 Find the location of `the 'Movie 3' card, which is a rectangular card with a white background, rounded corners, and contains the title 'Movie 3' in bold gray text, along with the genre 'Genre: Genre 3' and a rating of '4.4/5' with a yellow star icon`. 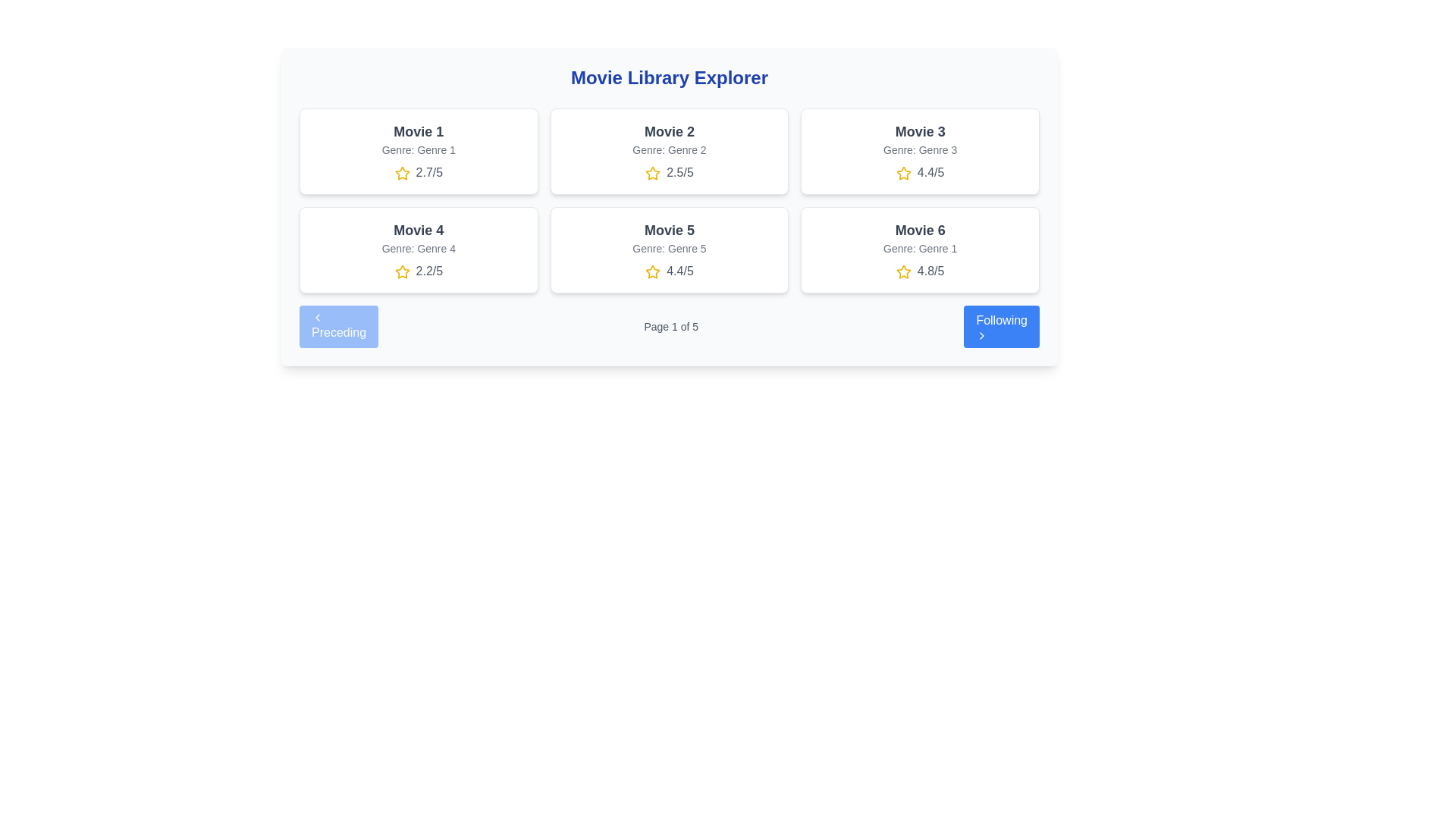

the 'Movie 3' card, which is a rectangular card with a white background, rounded corners, and contains the title 'Movie 3' in bold gray text, along with the genre 'Genre: Genre 3' and a rating of '4.4/5' with a yellow star icon is located at coordinates (919, 152).